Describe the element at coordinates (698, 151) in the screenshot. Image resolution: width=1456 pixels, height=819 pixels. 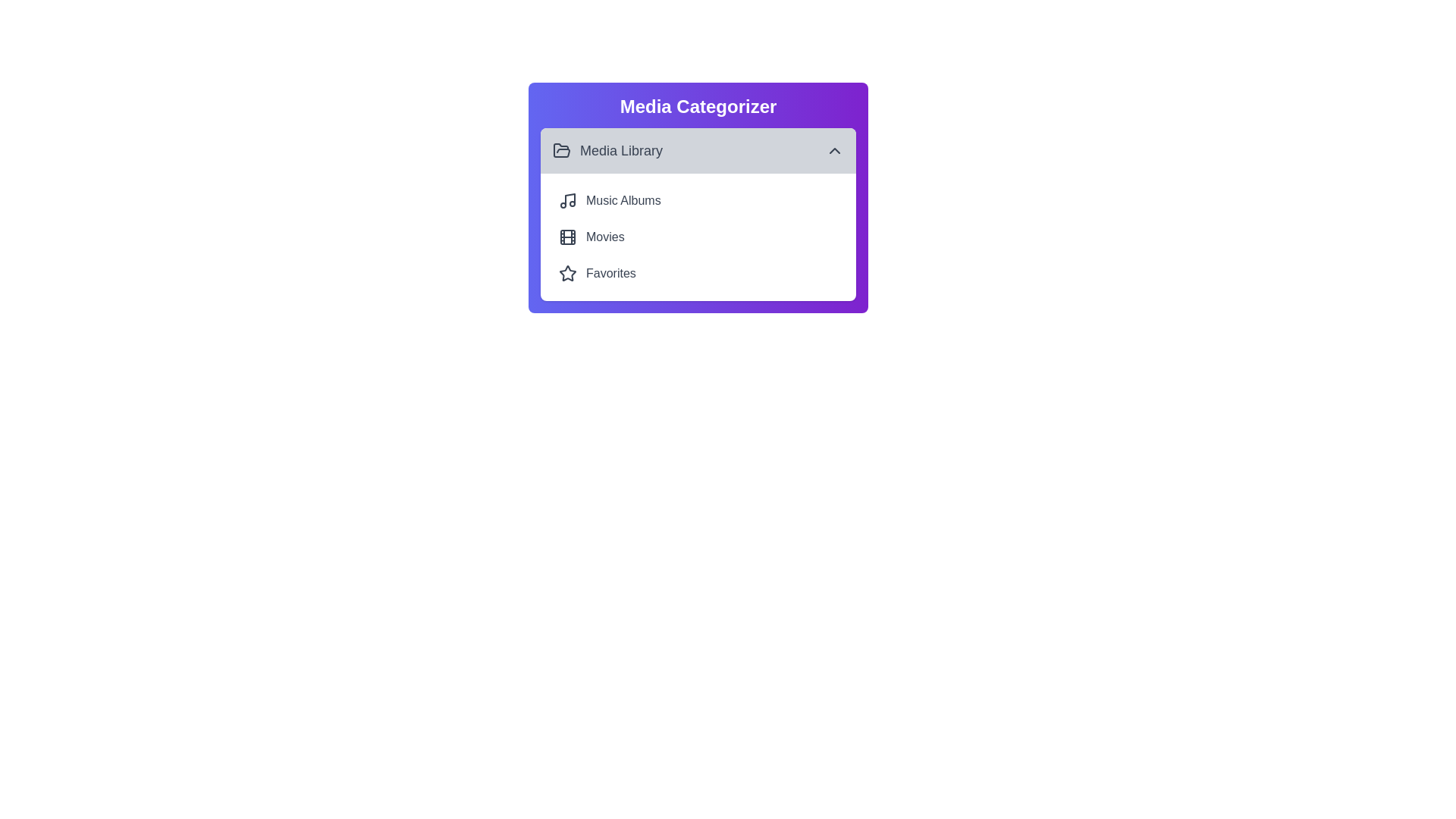
I see `the toggle button to change the menu's expansion state` at that location.